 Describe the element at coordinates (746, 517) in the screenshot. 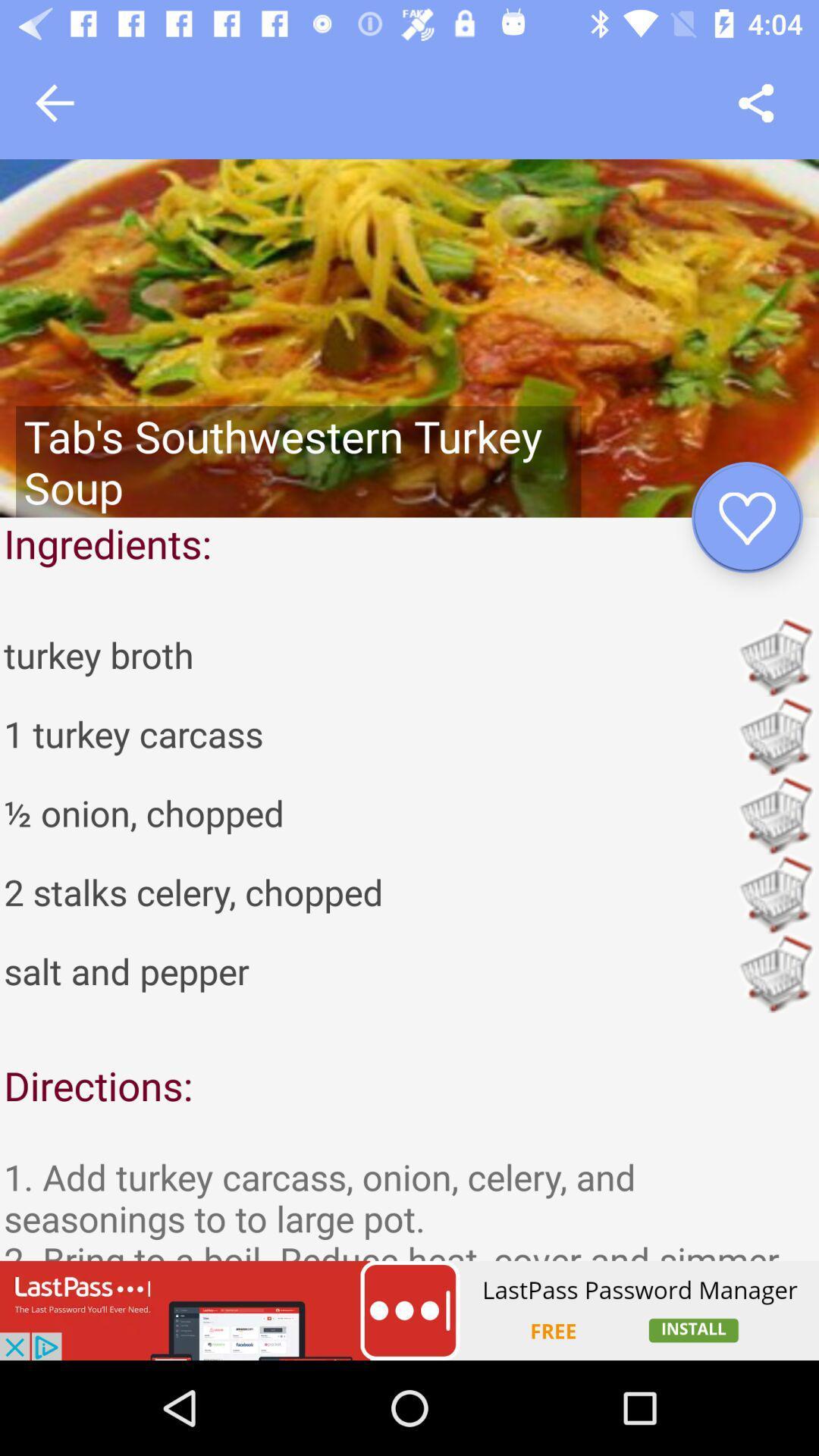

I see `the favorite icon` at that location.